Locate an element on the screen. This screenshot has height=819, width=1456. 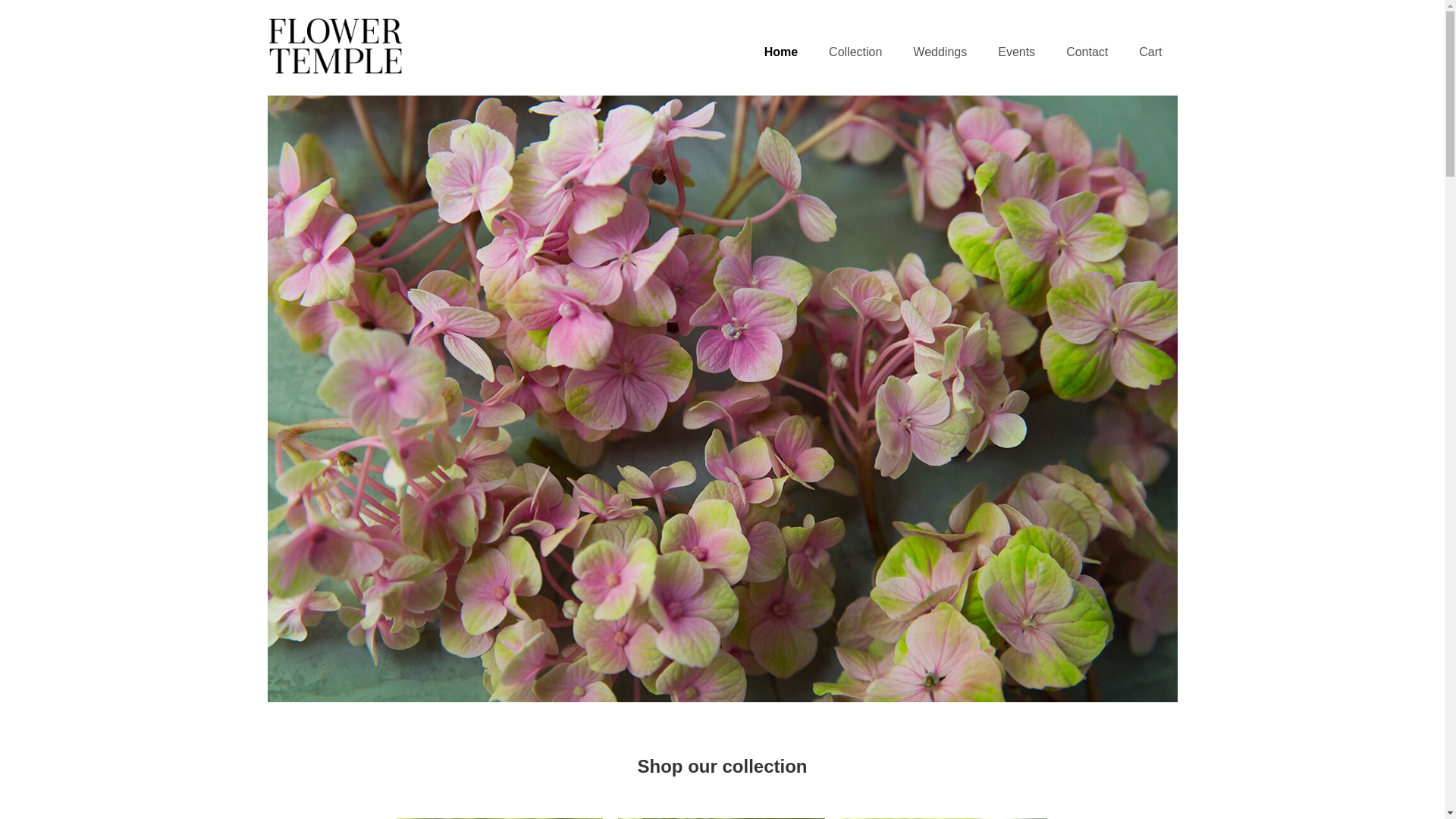
'Events' is located at coordinates (1016, 52).